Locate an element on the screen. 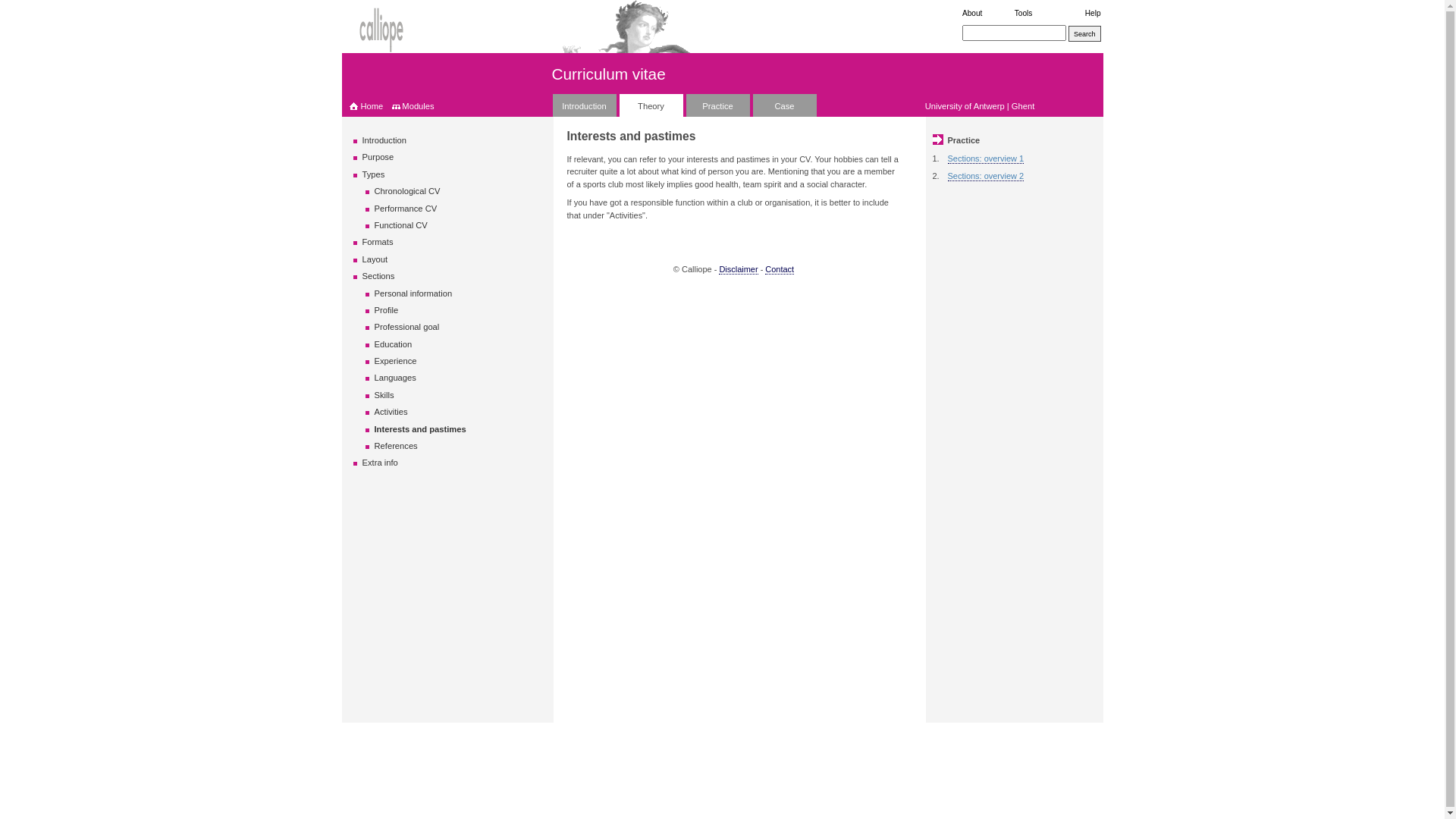 The image size is (1456, 819). 'Search' is located at coordinates (1084, 33).